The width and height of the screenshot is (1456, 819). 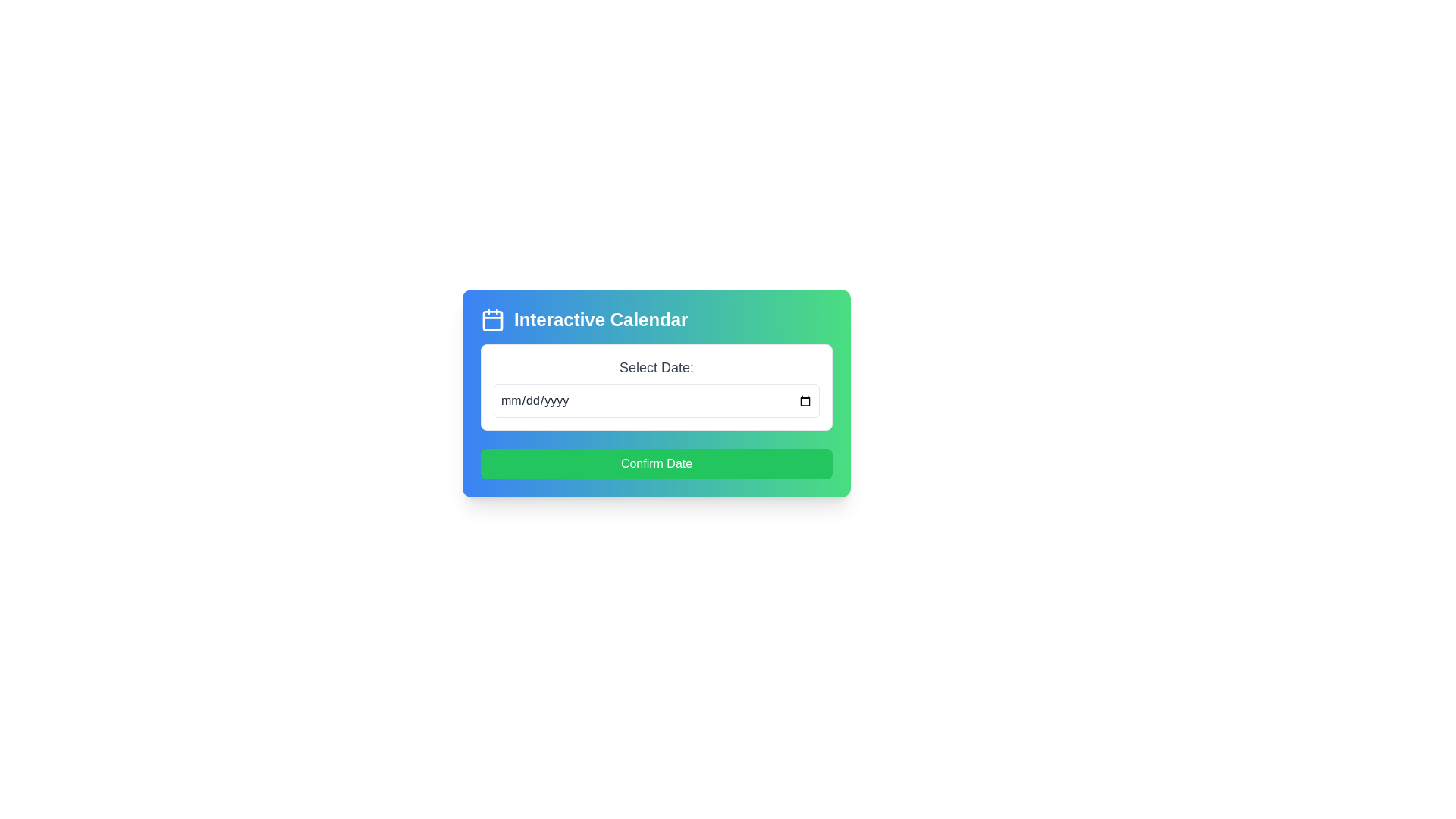 What do you see at coordinates (600, 318) in the screenshot?
I see `the bold white text label saying 'Interactive Calendar' that is prominently displayed at the top center of the card interface, positioned to the right of a calendar icon` at bounding box center [600, 318].